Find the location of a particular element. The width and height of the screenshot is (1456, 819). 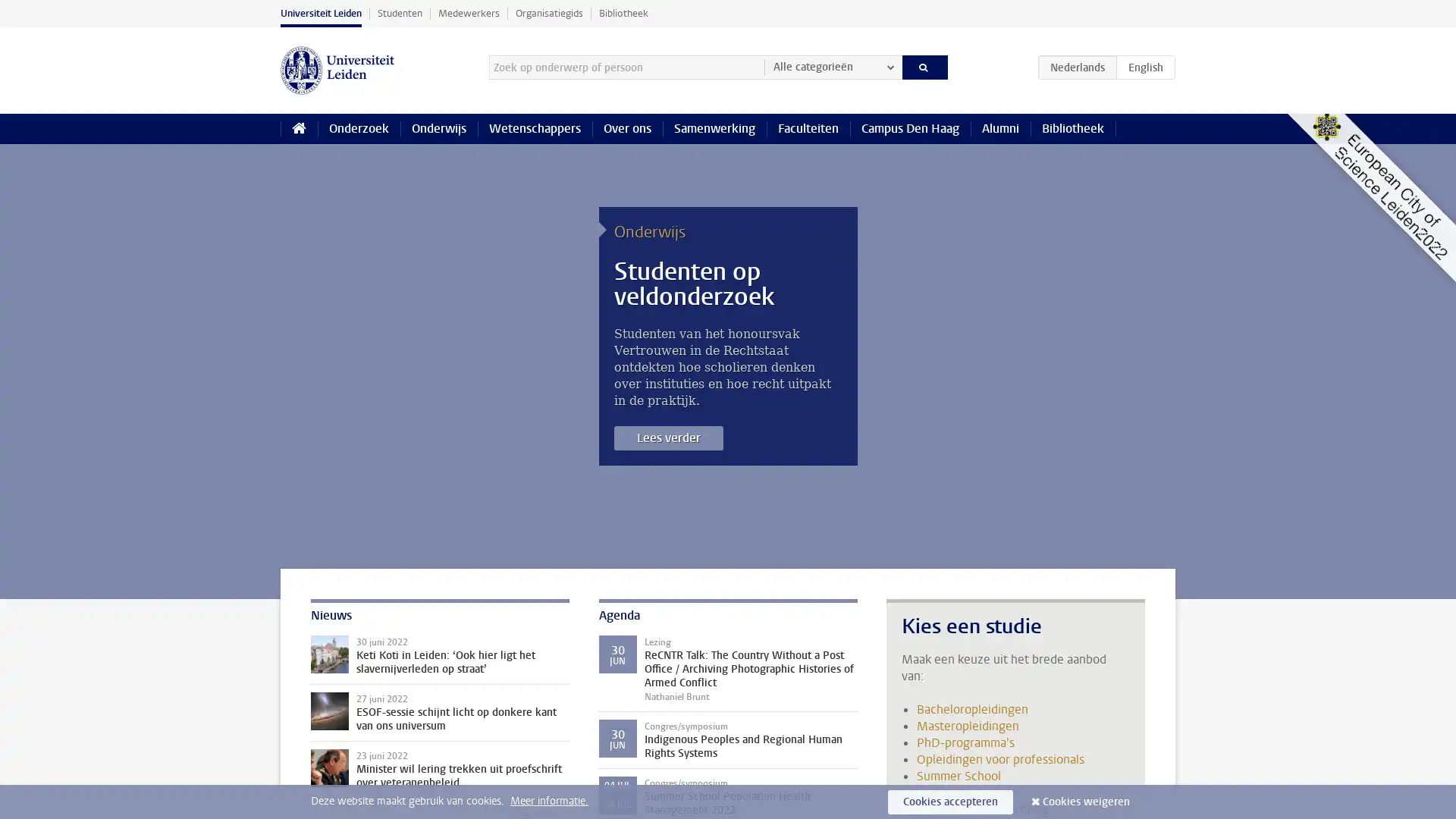

Zoeken is located at coordinates (924, 66).